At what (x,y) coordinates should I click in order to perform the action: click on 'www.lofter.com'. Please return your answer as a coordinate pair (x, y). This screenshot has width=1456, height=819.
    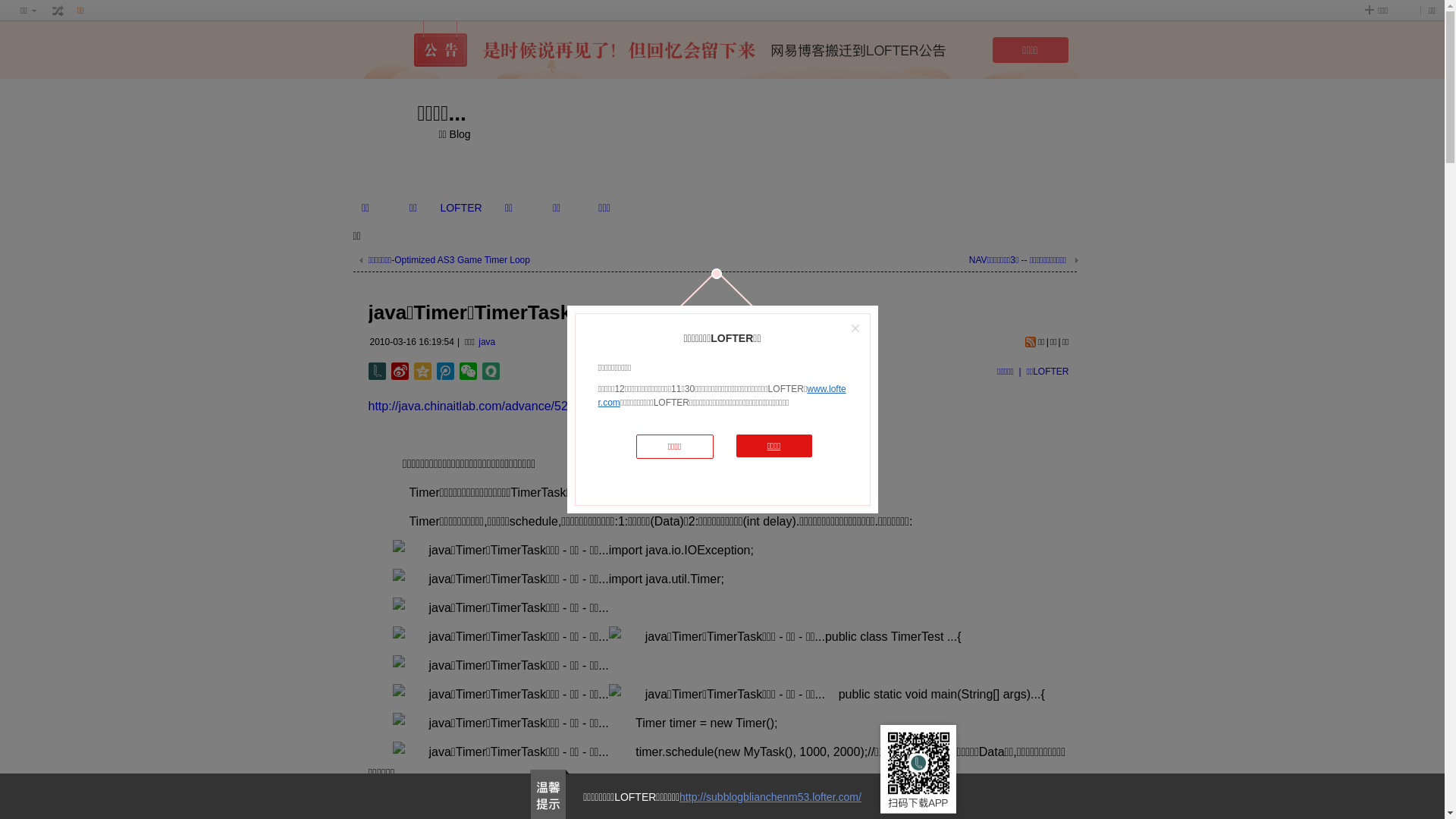
    Looking at the image, I should click on (720, 394).